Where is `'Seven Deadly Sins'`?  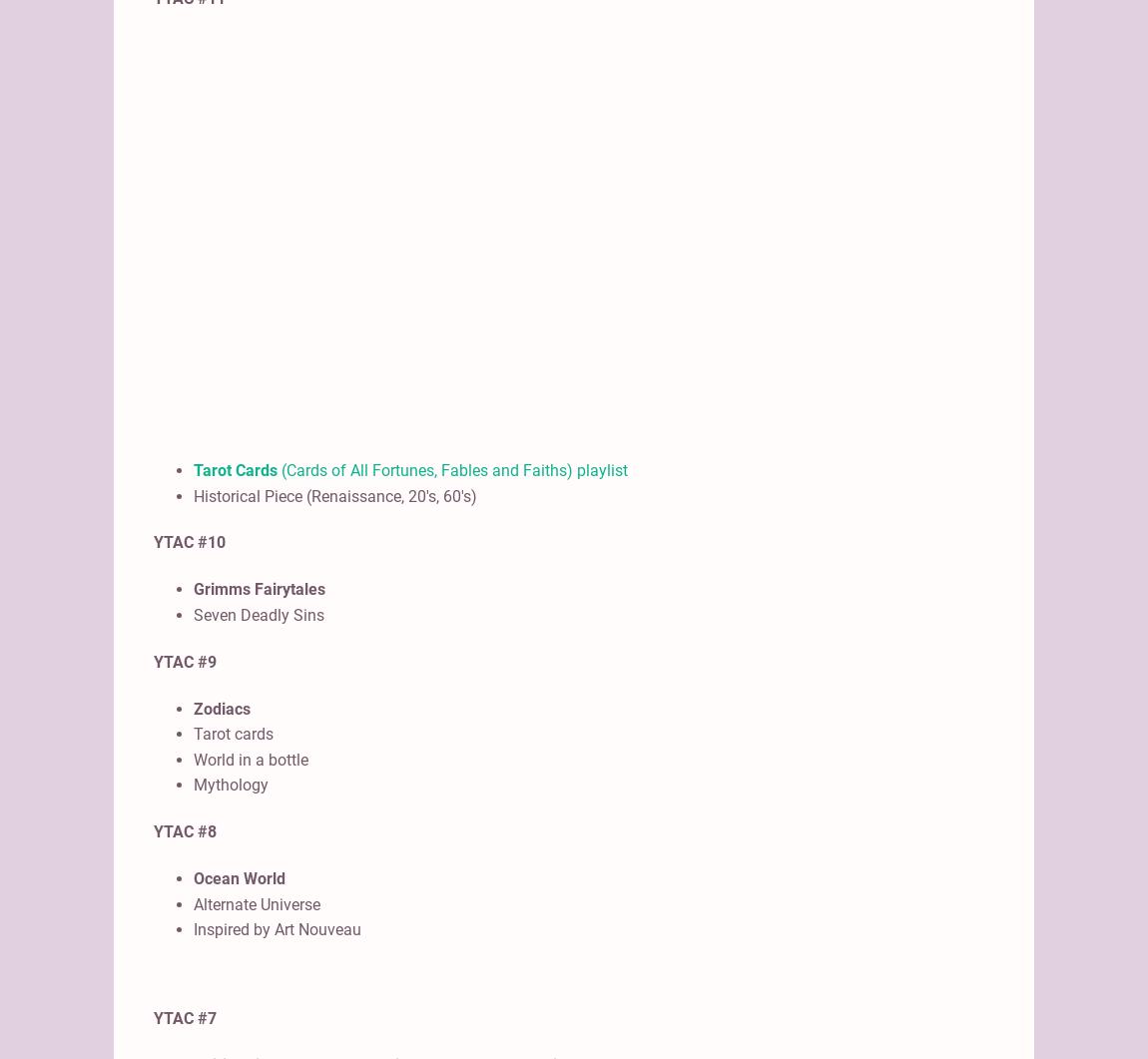 'Seven Deadly Sins' is located at coordinates (193, 613).